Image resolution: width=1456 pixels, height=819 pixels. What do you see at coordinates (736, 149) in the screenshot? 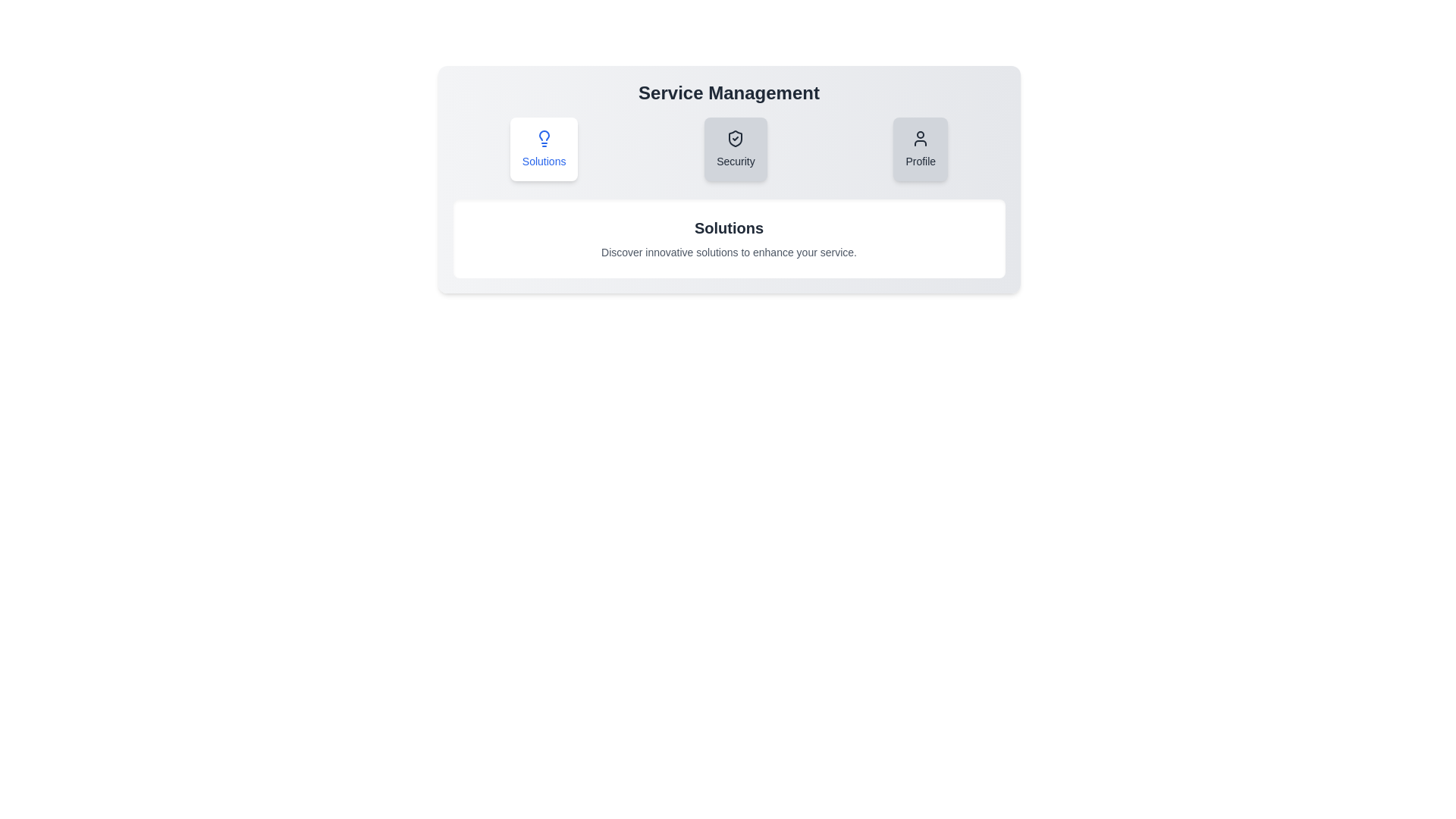
I see `the Security tab` at bounding box center [736, 149].